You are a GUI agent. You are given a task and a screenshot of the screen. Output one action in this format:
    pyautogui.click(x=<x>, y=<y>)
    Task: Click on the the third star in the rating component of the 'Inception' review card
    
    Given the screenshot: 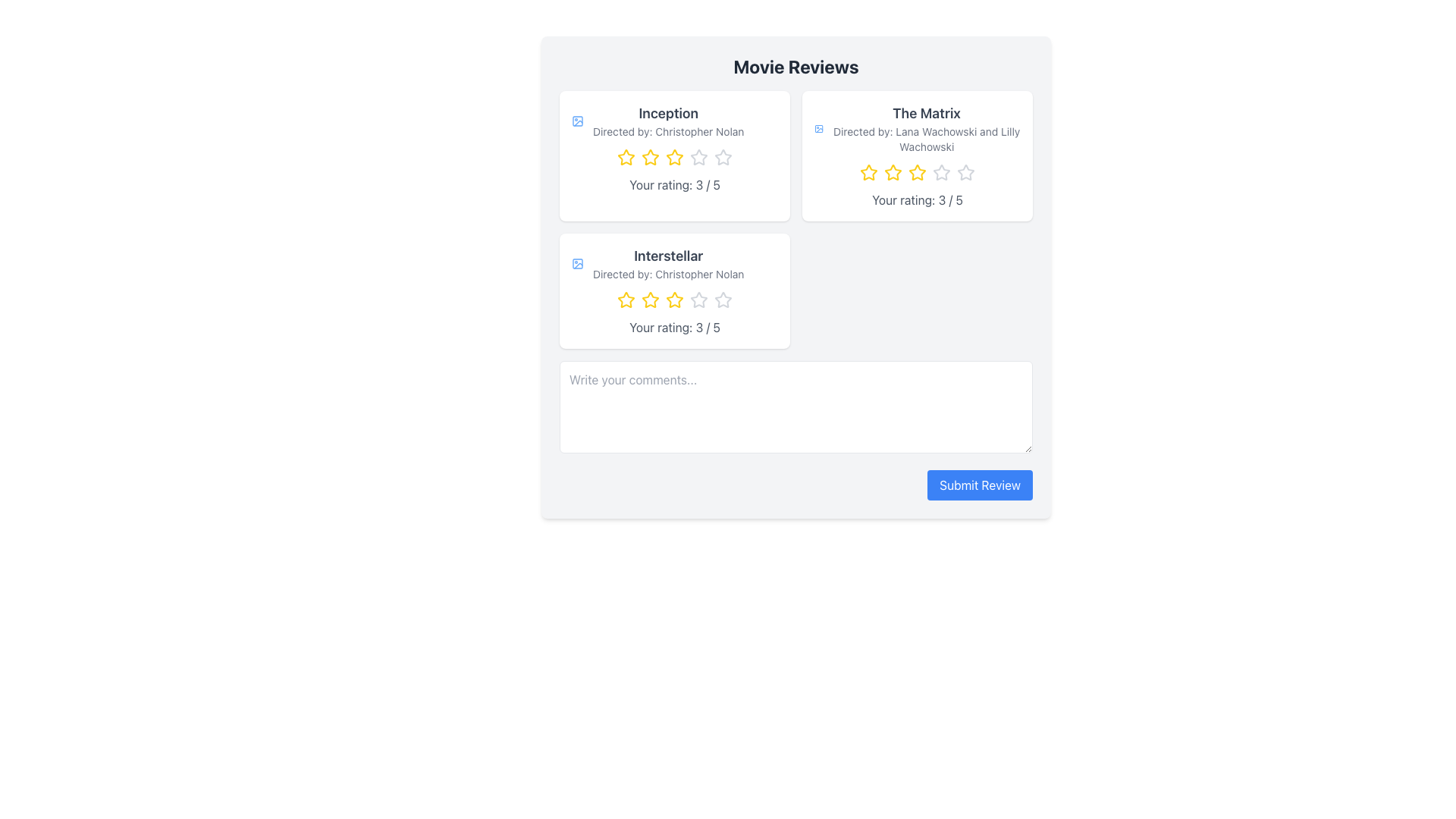 What is the action you would take?
    pyautogui.click(x=673, y=157)
    